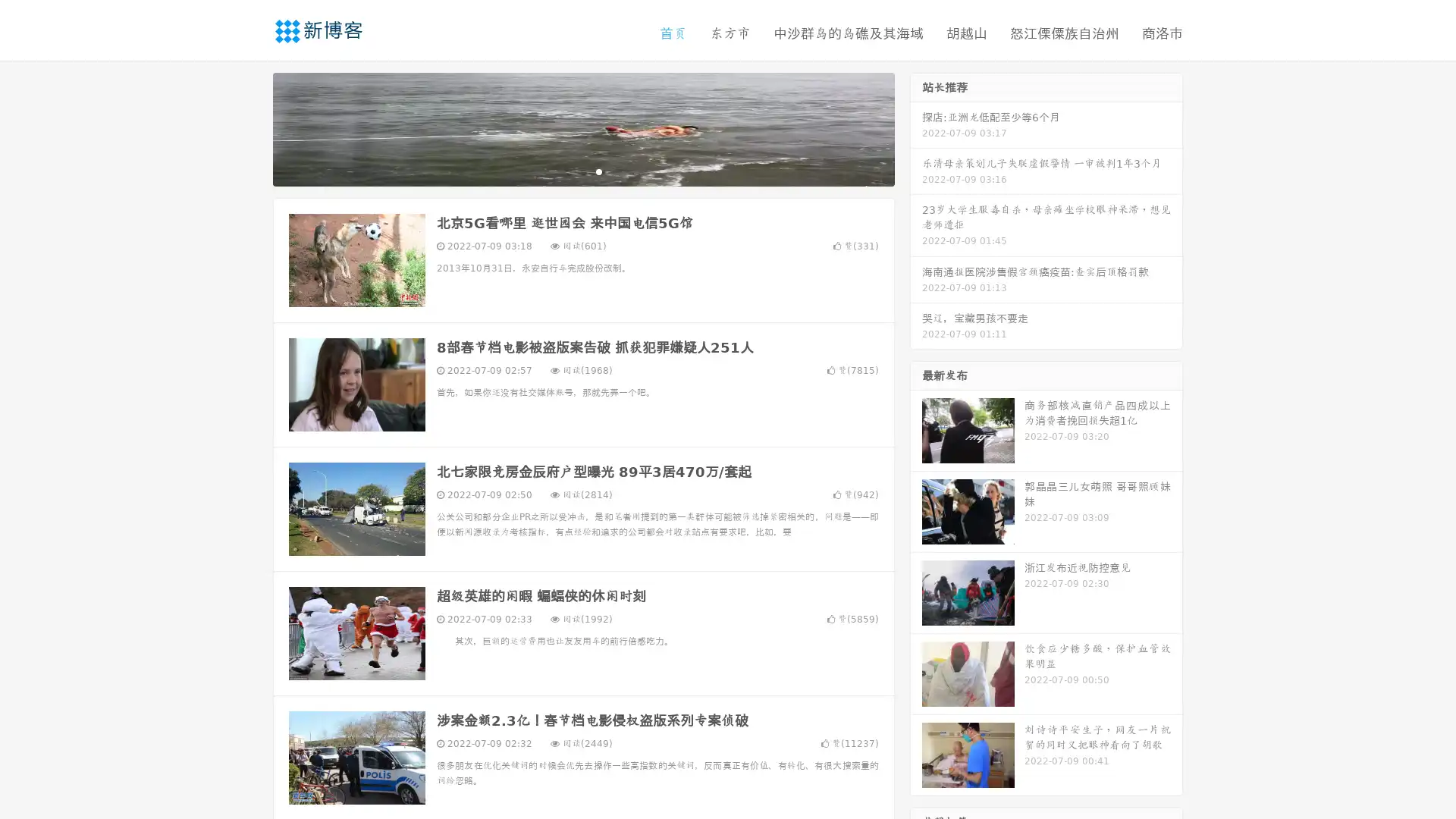 This screenshot has height=819, width=1456. Describe the element at coordinates (916, 127) in the screenshot. I see `Next slide` at that location.